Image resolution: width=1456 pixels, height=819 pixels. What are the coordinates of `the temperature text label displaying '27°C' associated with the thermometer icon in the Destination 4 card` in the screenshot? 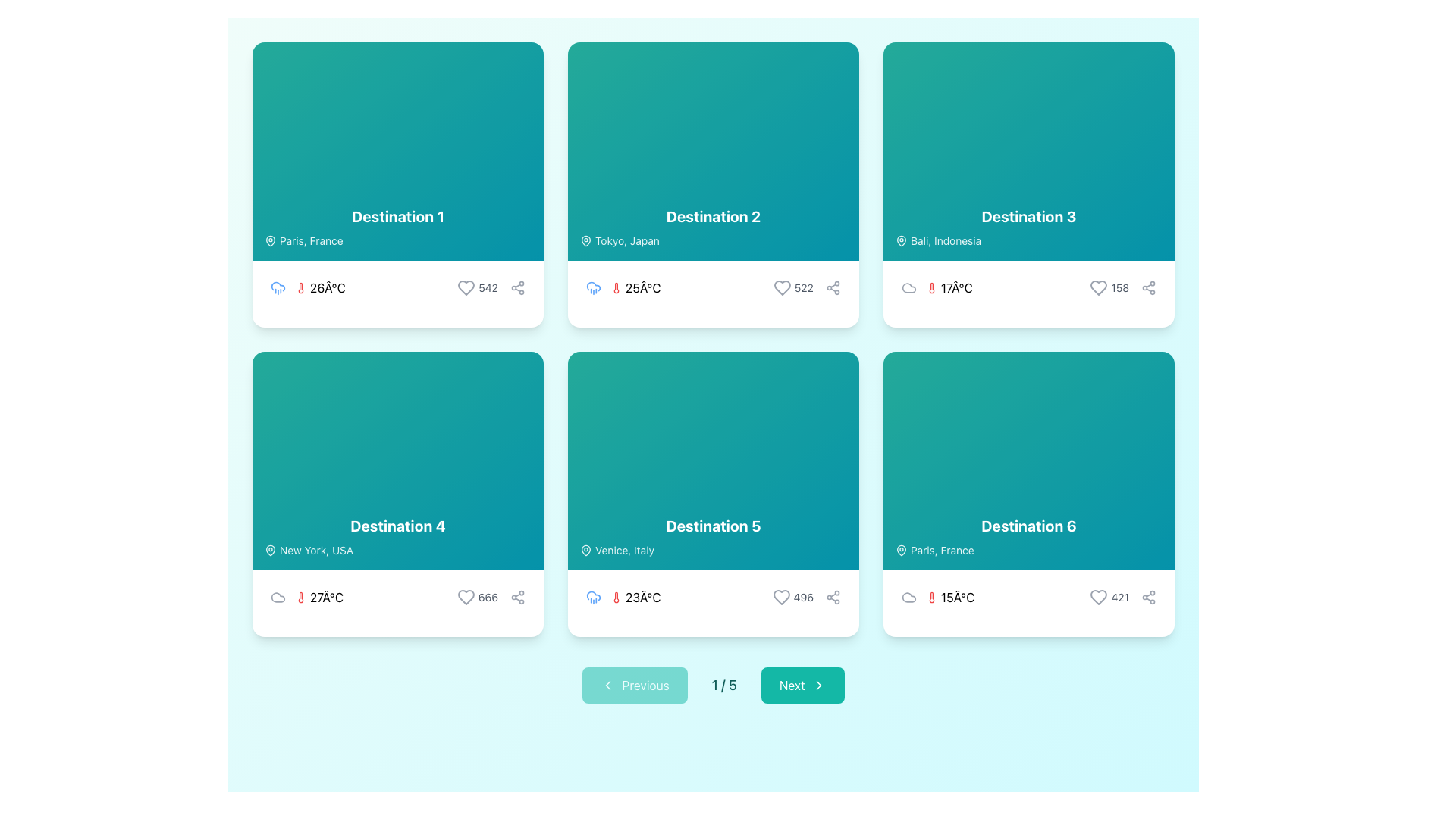 It's located at (326, 596).